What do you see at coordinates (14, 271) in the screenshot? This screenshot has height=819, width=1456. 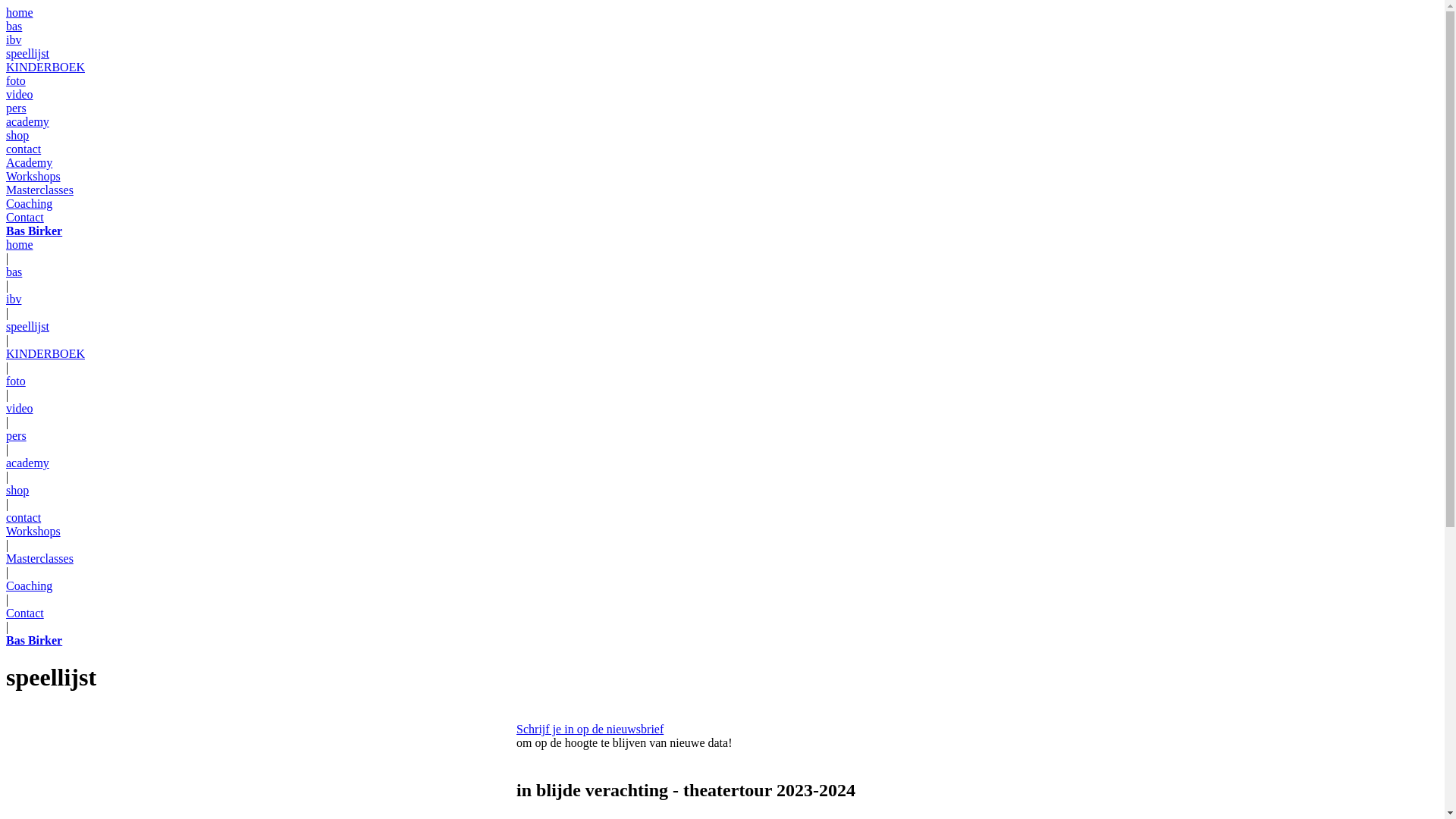 I see `'bas'` at bounding box center [14, 271].